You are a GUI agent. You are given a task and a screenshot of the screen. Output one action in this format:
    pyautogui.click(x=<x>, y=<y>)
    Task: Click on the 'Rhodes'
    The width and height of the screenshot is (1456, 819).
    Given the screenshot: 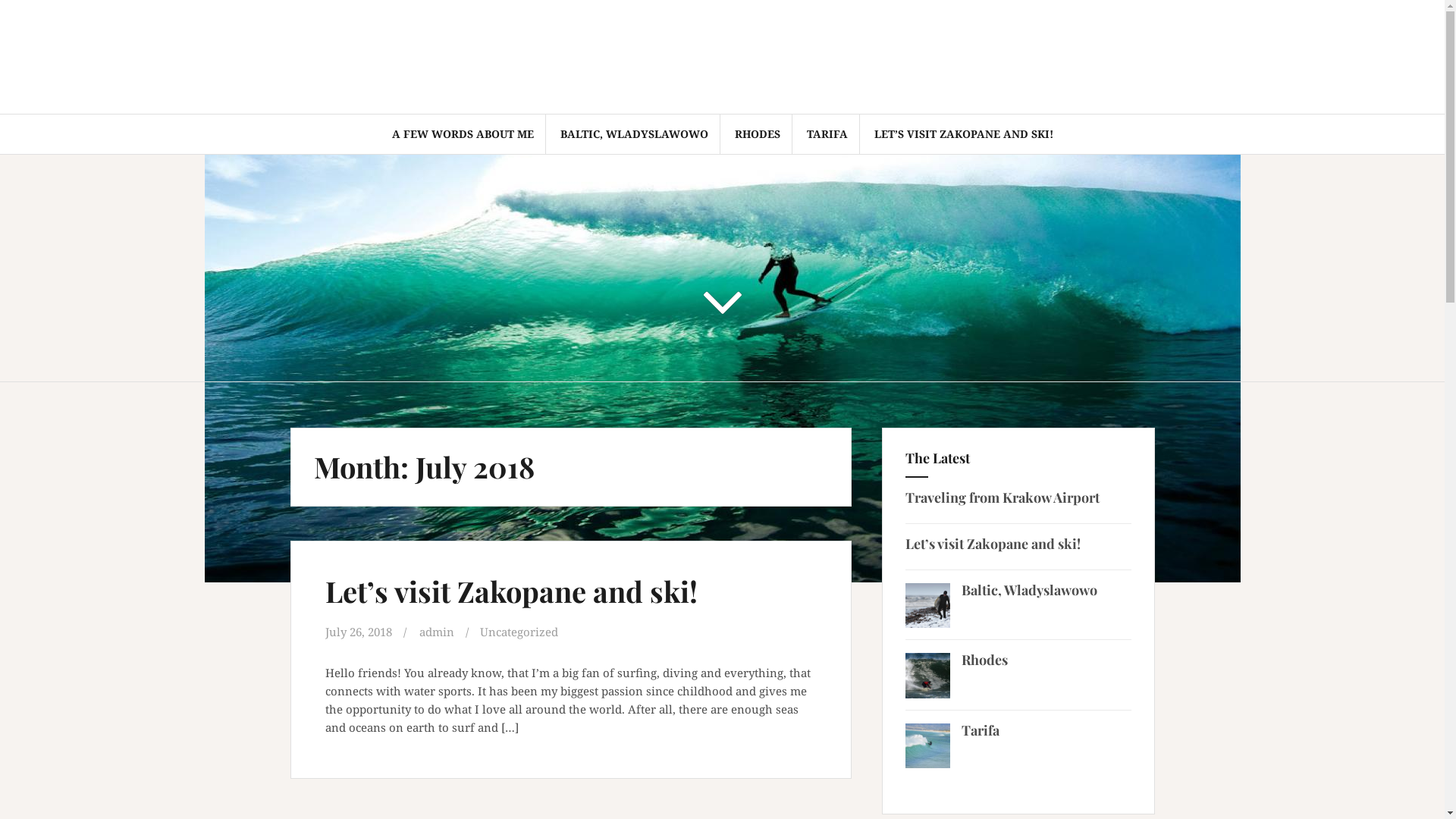 What is the action you would take?
    pyautogui.click(x=984, y=659)
    